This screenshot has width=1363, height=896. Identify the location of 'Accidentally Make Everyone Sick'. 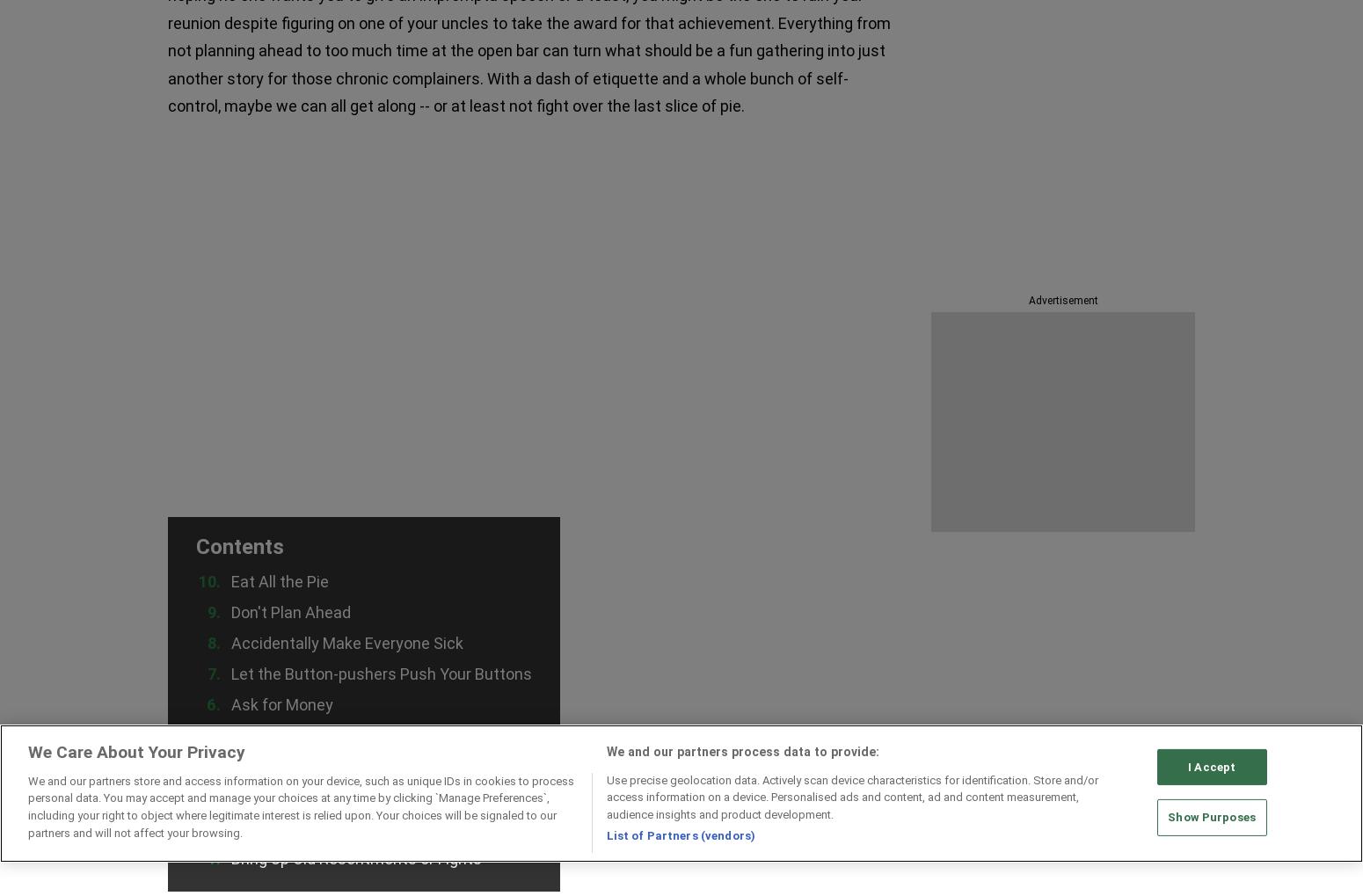
(346, 642).